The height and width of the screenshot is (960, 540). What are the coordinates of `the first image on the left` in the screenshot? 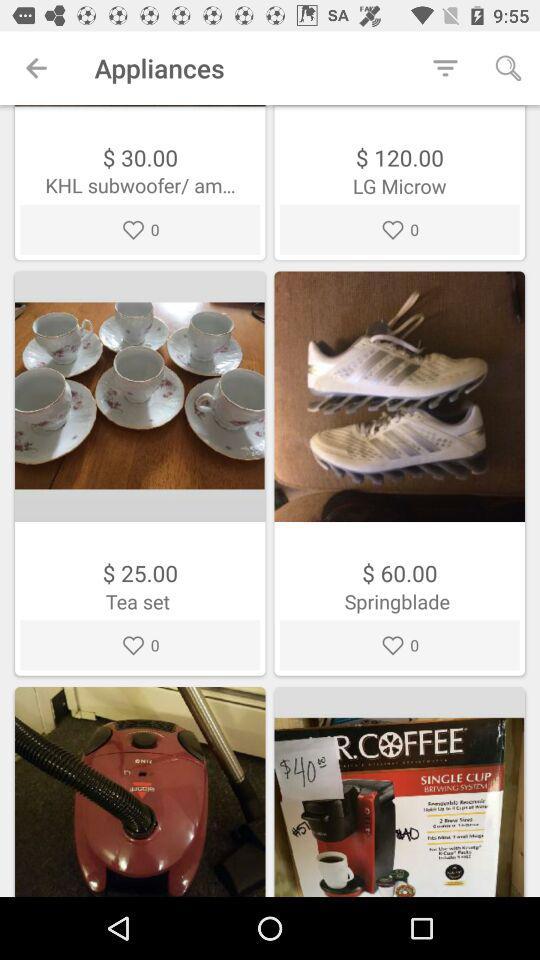 It's located at (139, 395).